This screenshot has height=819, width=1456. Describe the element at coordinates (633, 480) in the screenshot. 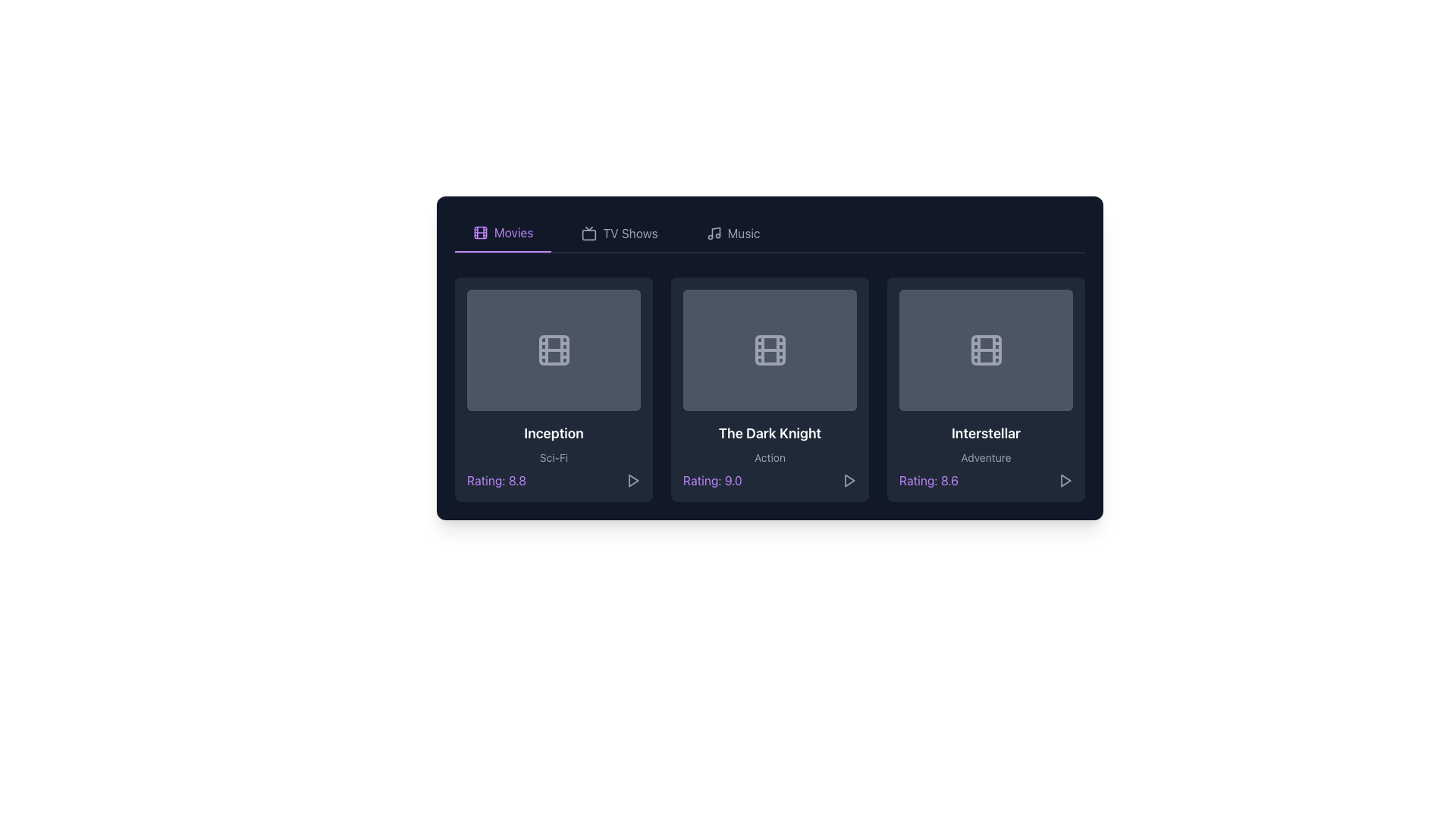

I see `the play button located to the right of the text 'Rating: 8.8'` at that location.